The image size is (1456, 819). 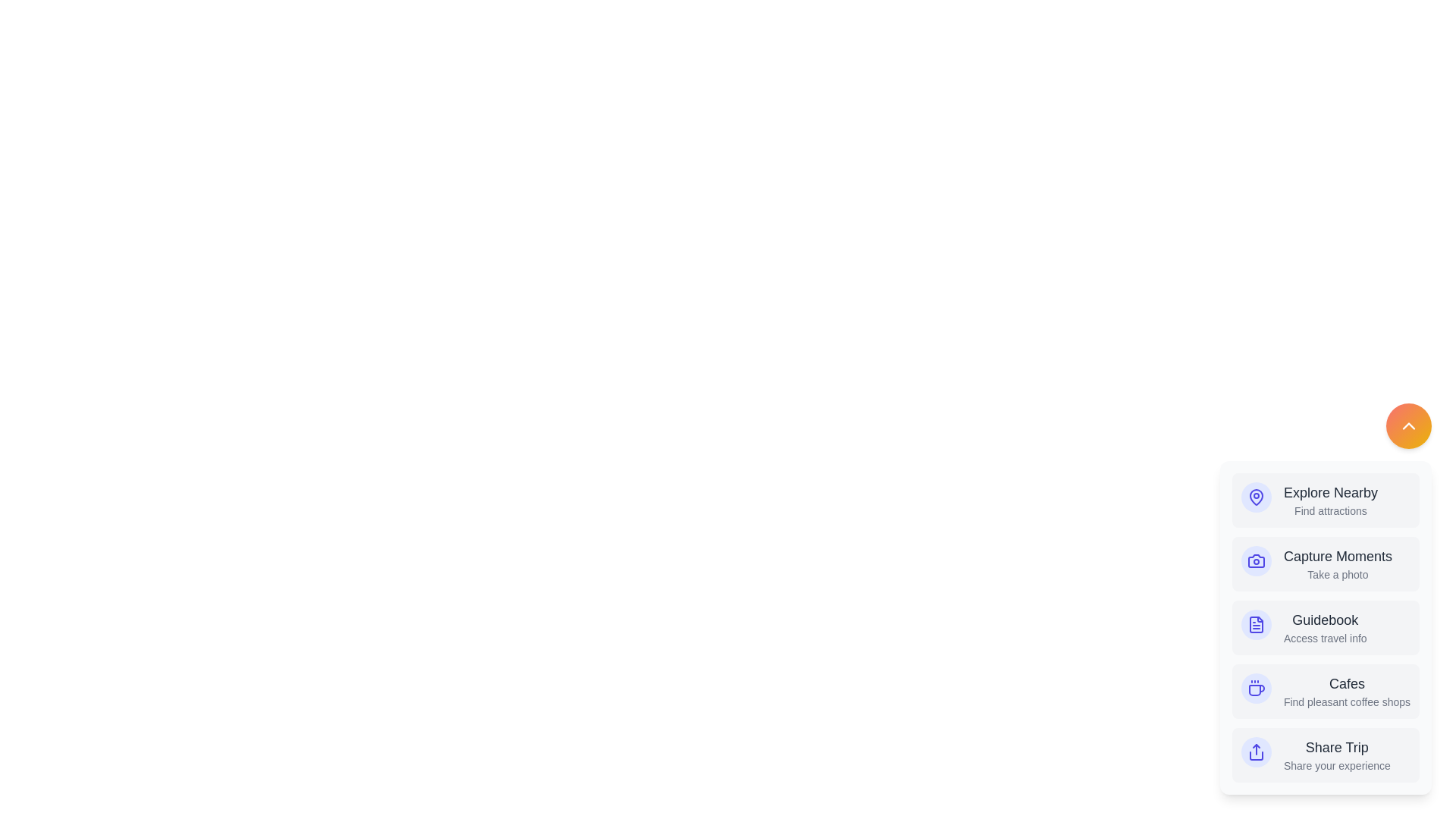 What do you see at coordinates (1324, 691) in the screenshot?
I see `the menu item Cafes to perform the associated action` at bounding box center [1324, 691].